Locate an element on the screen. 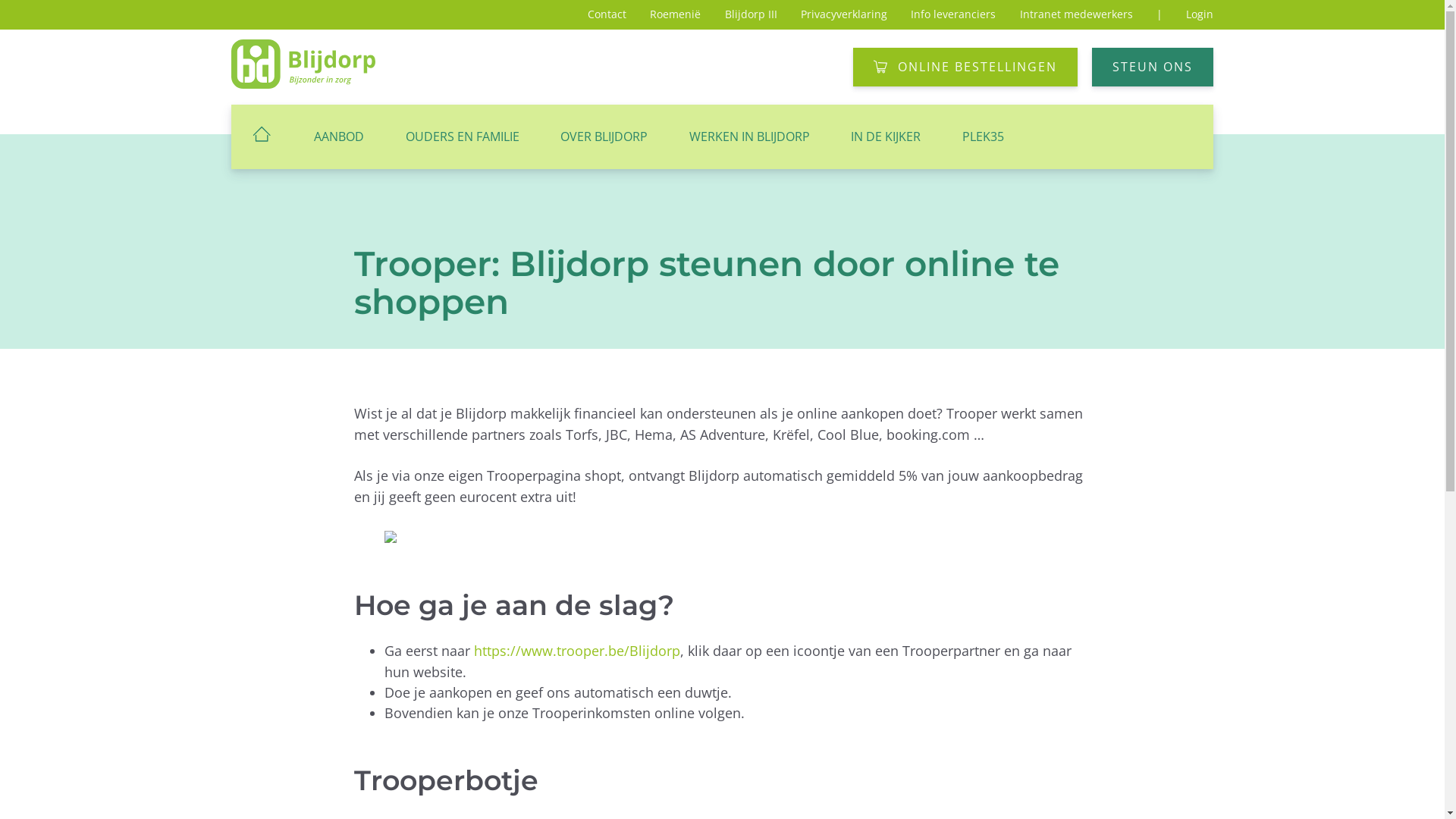 The height and width of the screenshot is (819, 1456). 'https://www.trooper.be/Blijdorp' is located at coordinates (472, 649).